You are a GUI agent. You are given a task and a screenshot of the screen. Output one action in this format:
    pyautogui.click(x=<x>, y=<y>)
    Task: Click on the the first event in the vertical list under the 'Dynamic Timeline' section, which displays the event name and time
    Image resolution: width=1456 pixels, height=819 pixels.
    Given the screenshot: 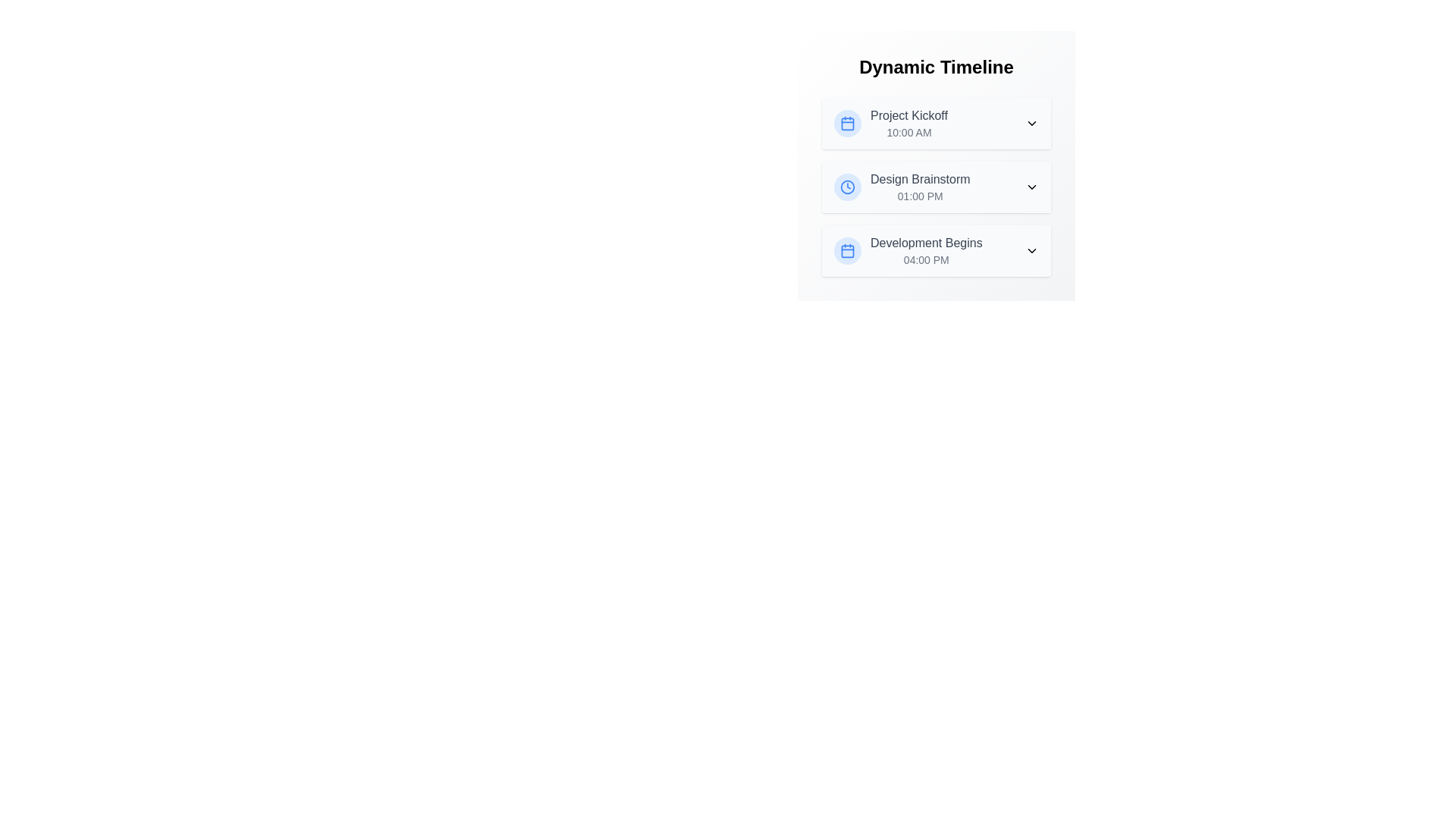 What is the action you would take?
    pyautogui.click(x=891, y=122)
    